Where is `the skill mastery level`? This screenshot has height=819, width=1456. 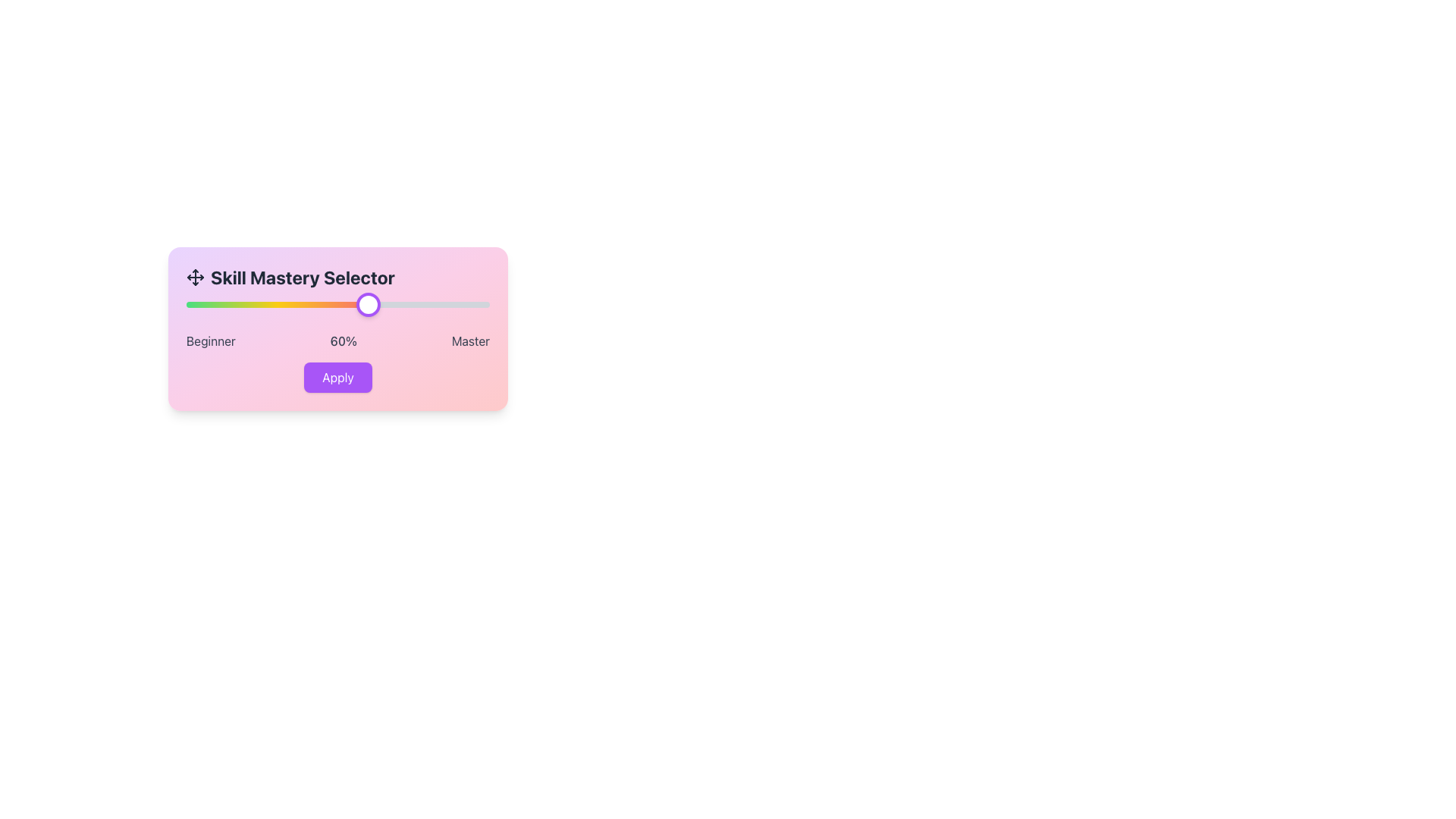
the skill mastery level is located at coordinates (200, 304).